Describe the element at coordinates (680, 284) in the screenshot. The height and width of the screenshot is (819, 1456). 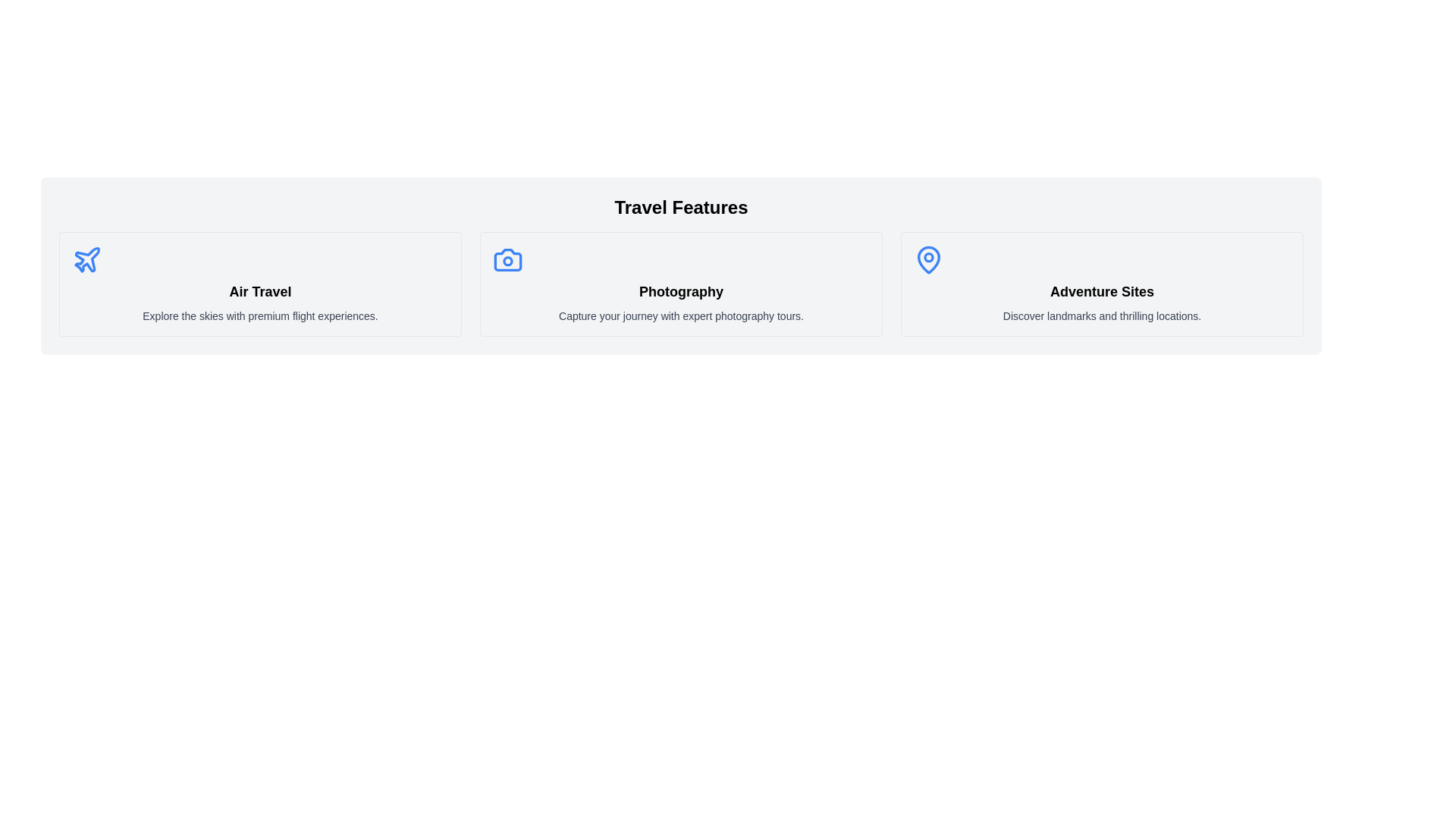
I see `the photography tour offerings card, which is the second card in a row of three` at that location.